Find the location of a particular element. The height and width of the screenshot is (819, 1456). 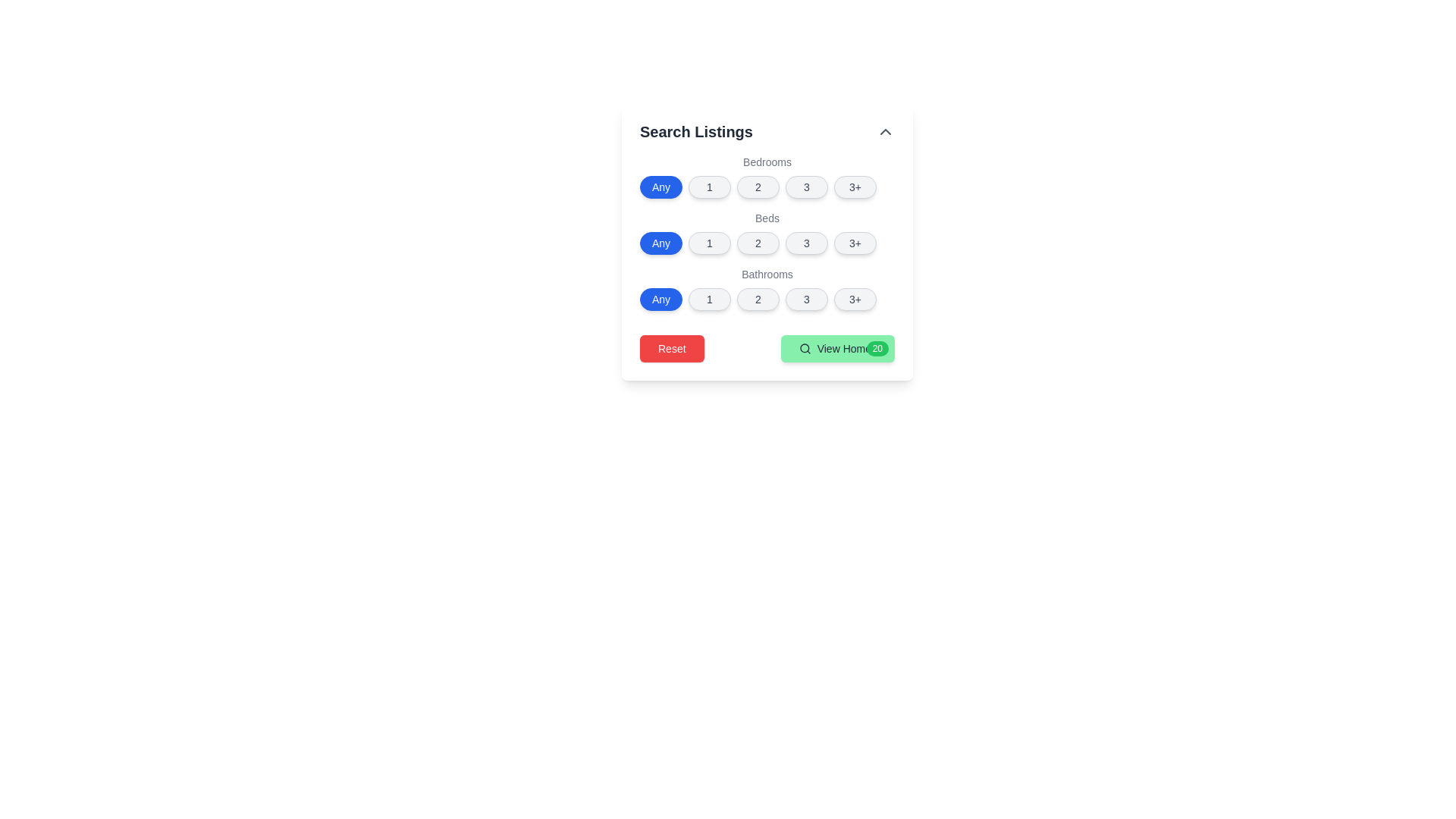

the text label that reads 'bedrooms', which is styled in small gray font and positioned above the interactive buttons for bedroom counts in the property search filter form is located at coordinates (767, 162).